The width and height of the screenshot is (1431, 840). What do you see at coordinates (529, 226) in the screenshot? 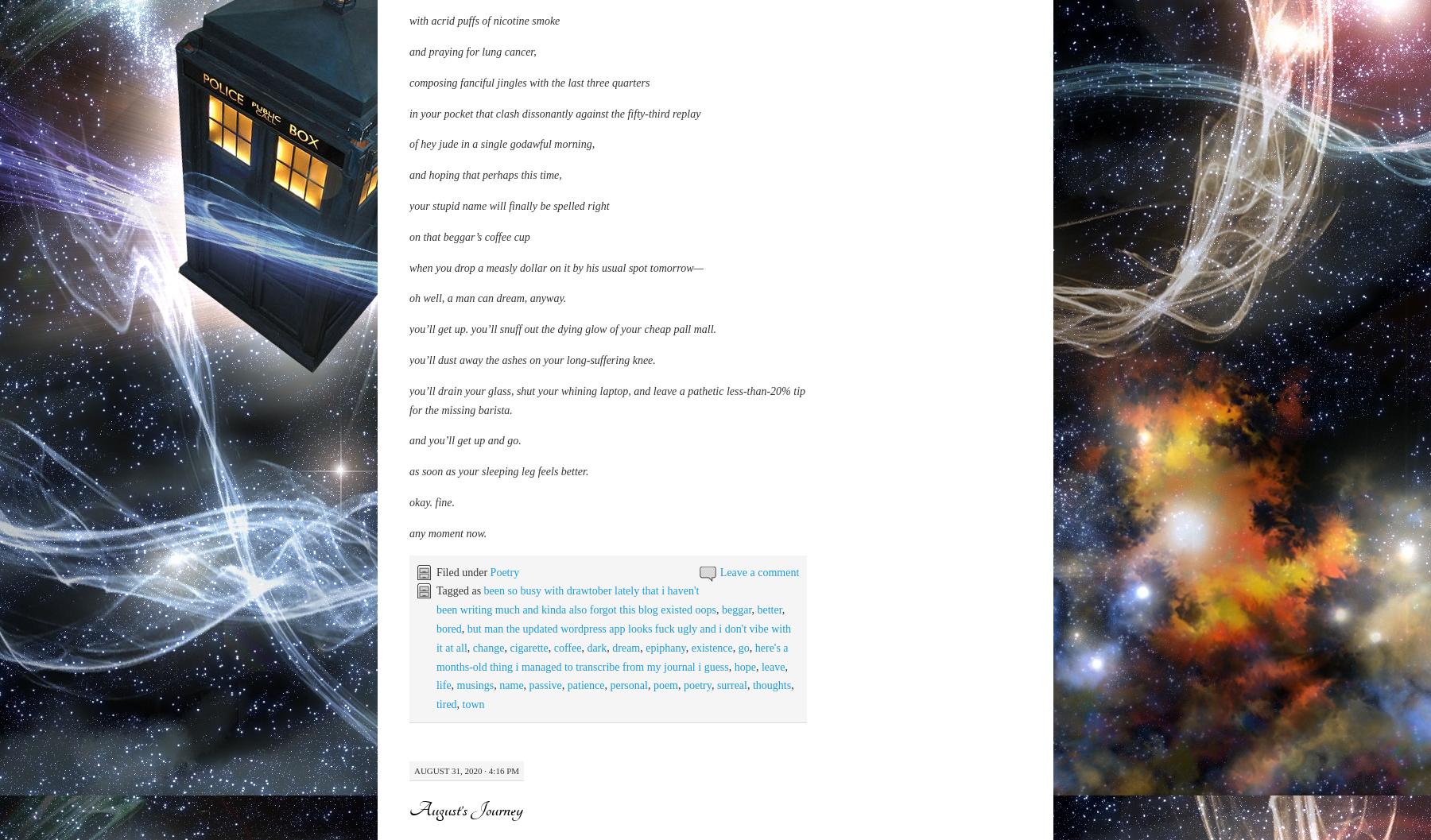
I see `'composing fanciful jingles with the last three quarters'` at bounding box center [529, 226].